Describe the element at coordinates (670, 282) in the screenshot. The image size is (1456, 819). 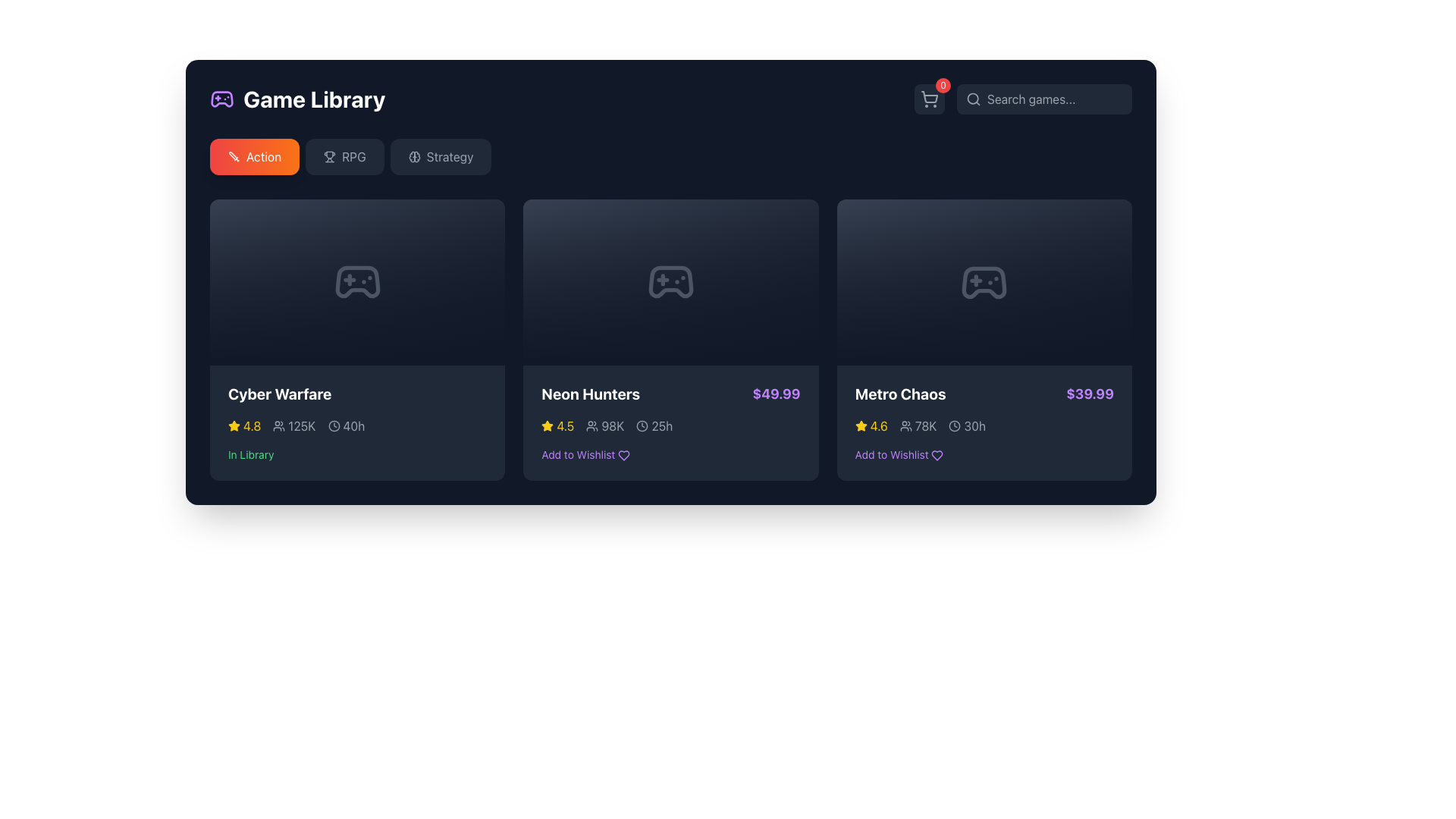
I see `the game controller icon, which is part of the second game card titled 'Neon Hunters' priced at $49.99, located between 'Cyber Warfare' and 'Metro Chaos'` at that location.